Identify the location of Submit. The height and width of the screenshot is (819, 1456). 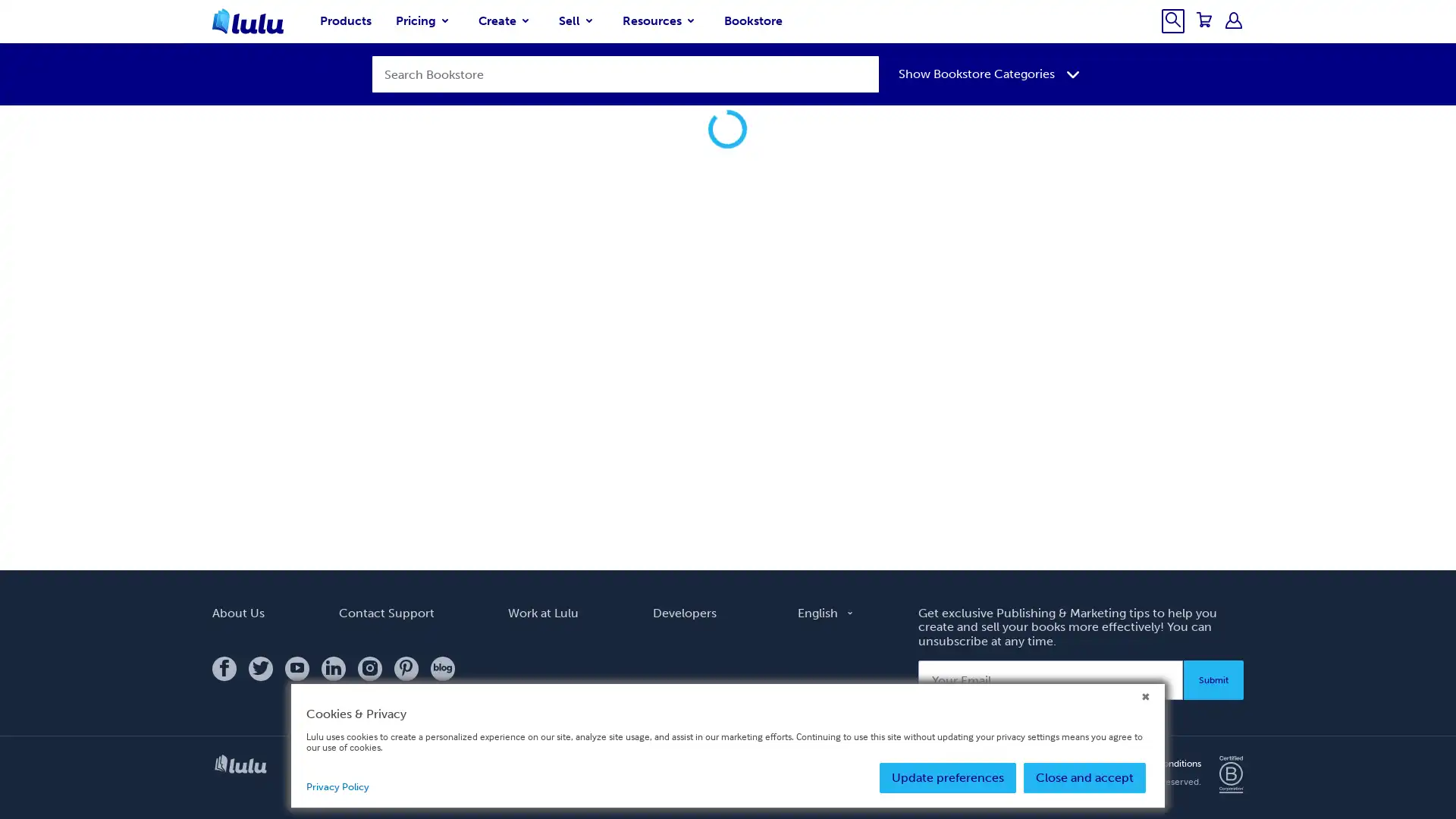
(1213, 699).